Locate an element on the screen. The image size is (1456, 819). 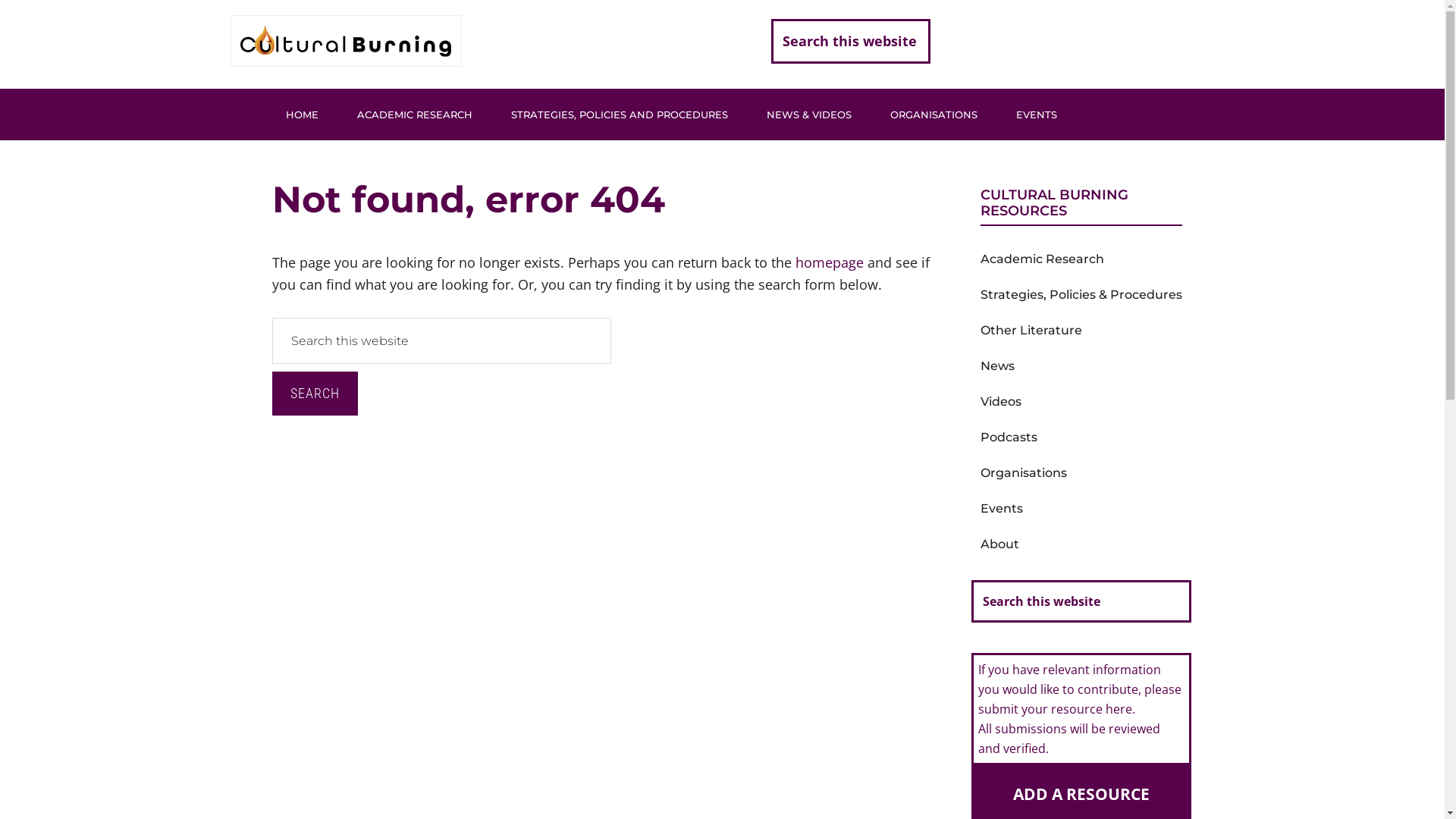
'Search this website' is located at coordinates (1080, 601).